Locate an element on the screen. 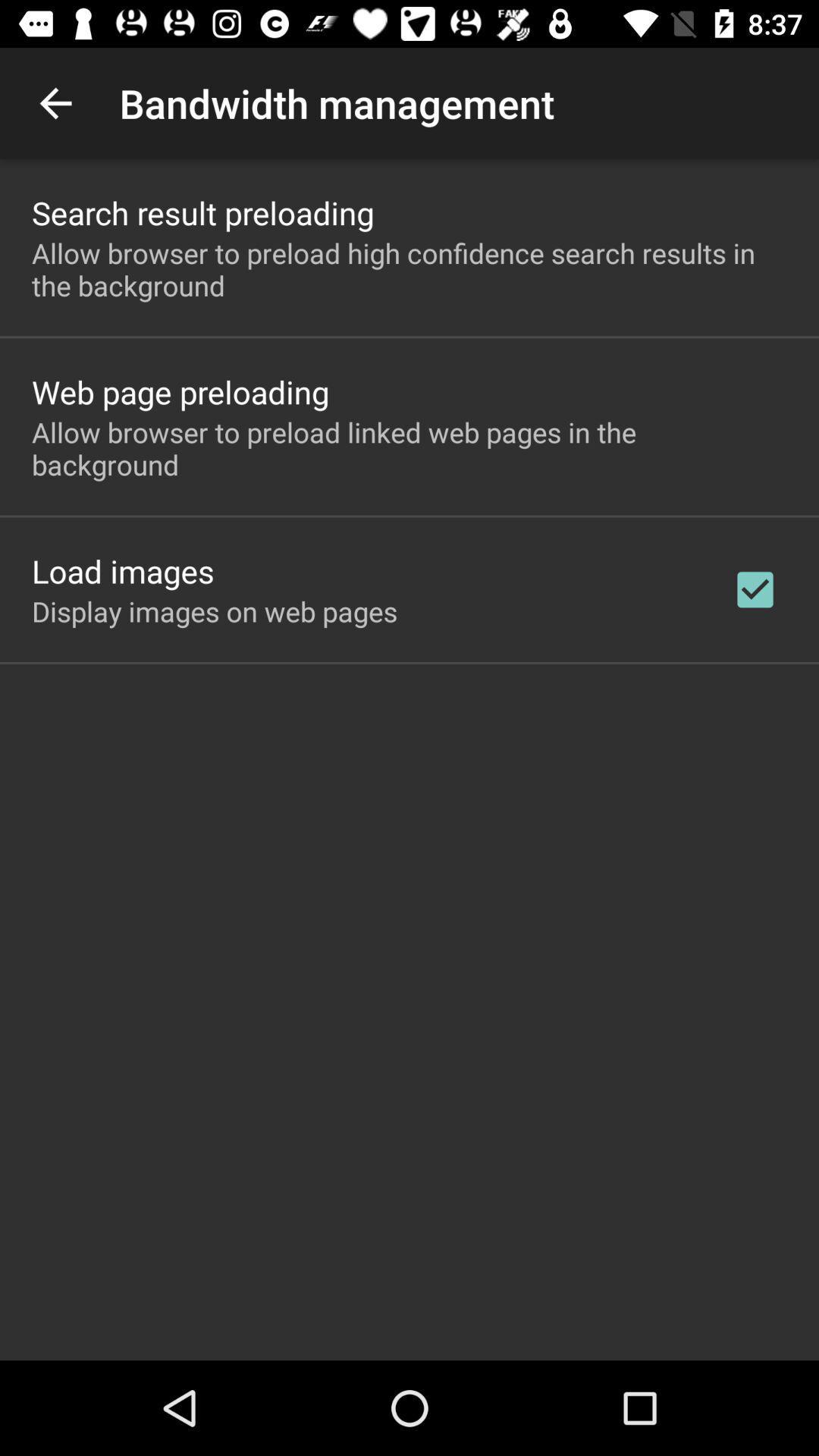  load images app is located at coordinates (122, 570).